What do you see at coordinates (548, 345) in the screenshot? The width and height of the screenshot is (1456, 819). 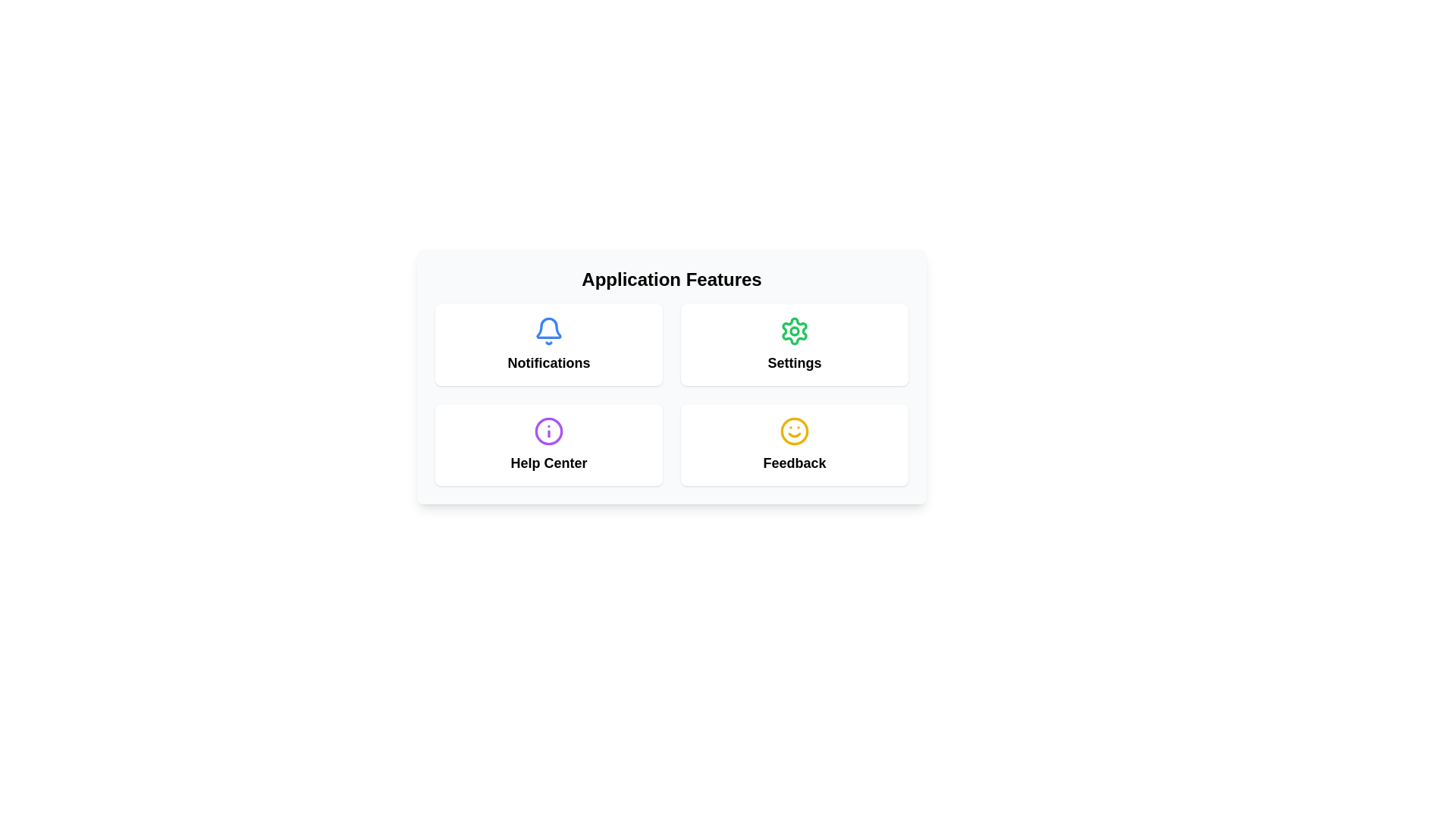 I see `the button styled as a card in the top-left corner of the grid` at bounding box center [548, 345].